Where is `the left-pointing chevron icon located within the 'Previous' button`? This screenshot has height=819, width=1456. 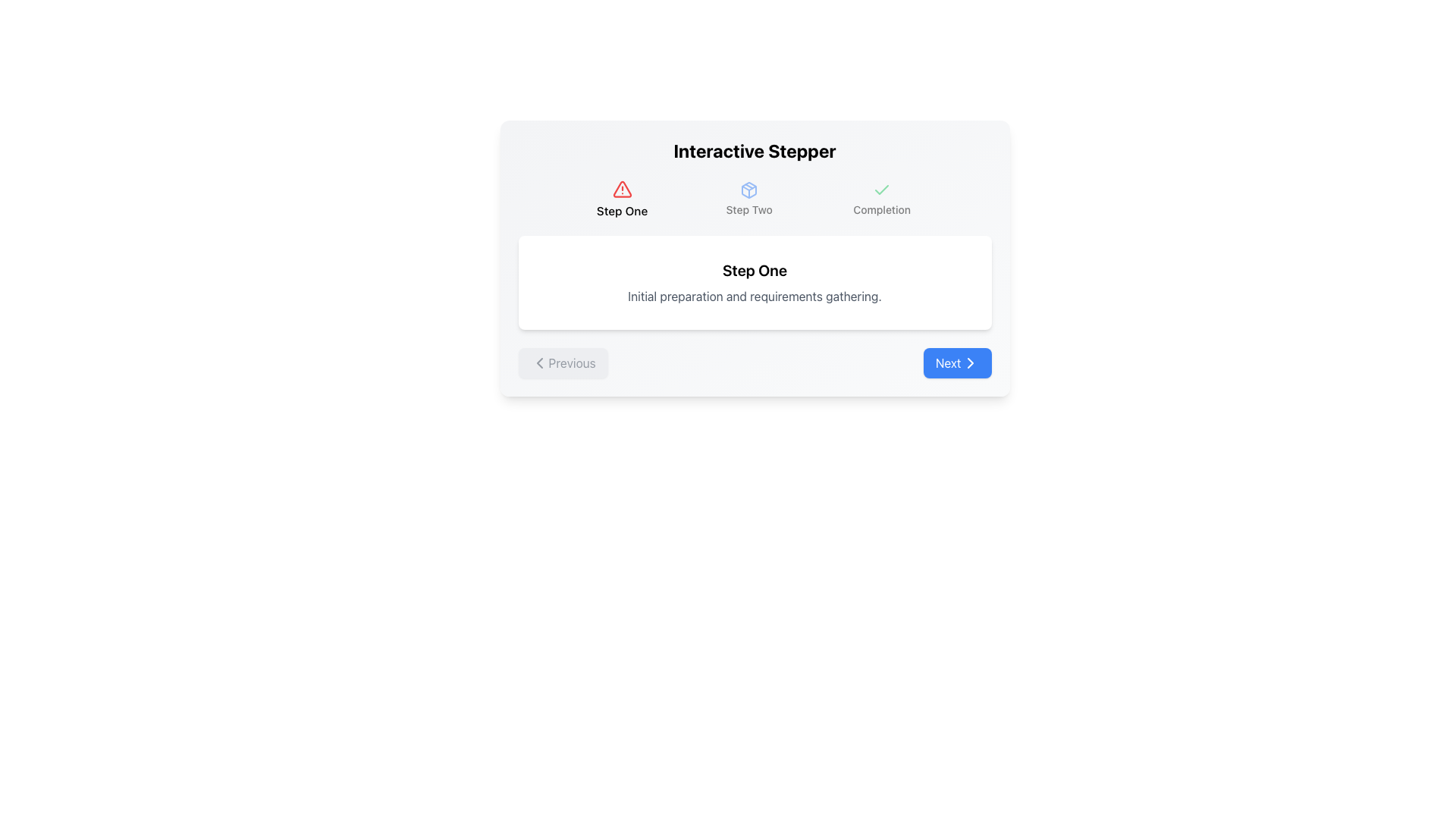
the left-pointing chevron icon located within the 'Previous' button is located at coordinates (539, 362).